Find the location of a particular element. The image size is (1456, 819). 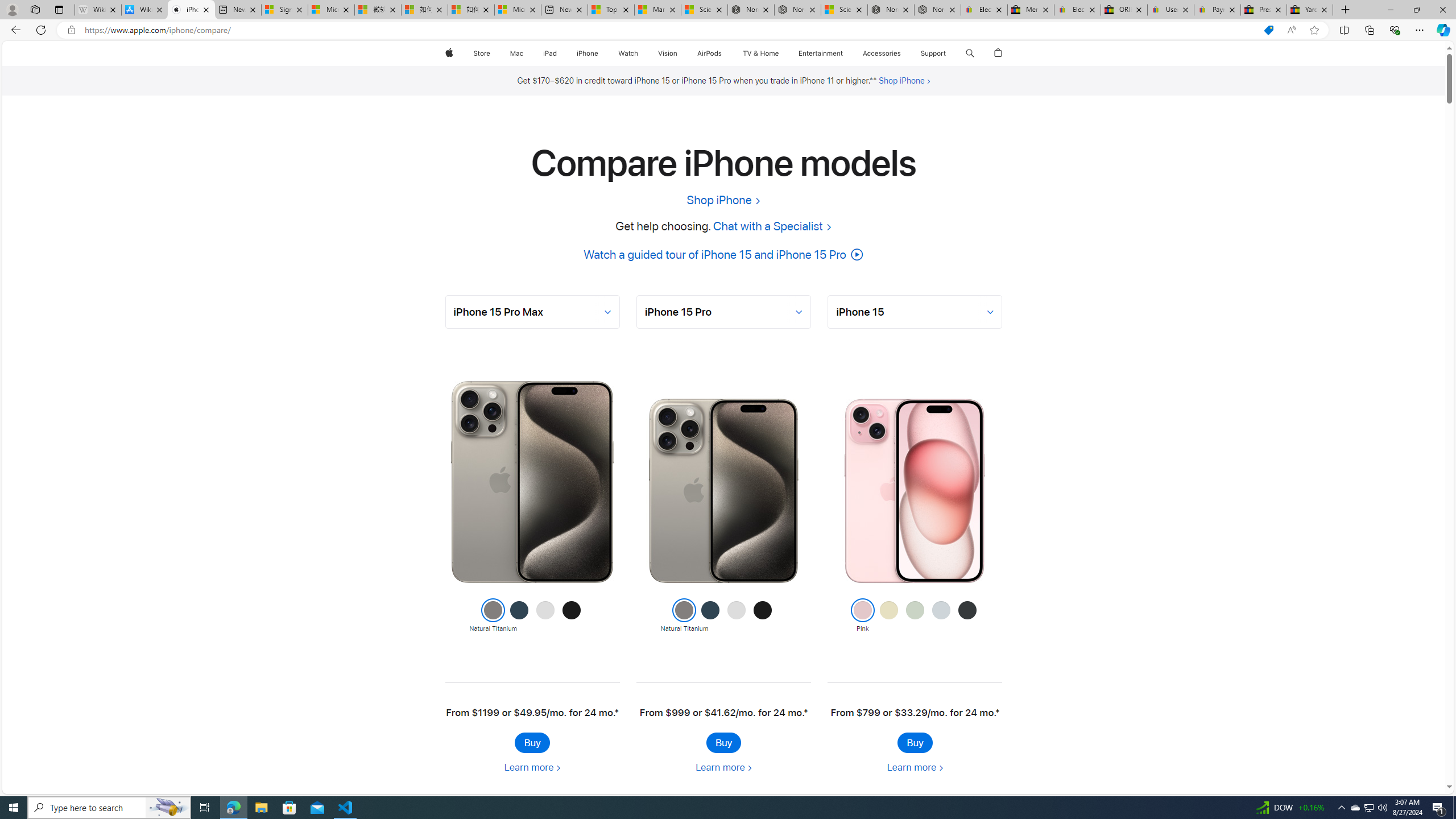

'Class: colornav-link' is located at coordinates (967, 610).